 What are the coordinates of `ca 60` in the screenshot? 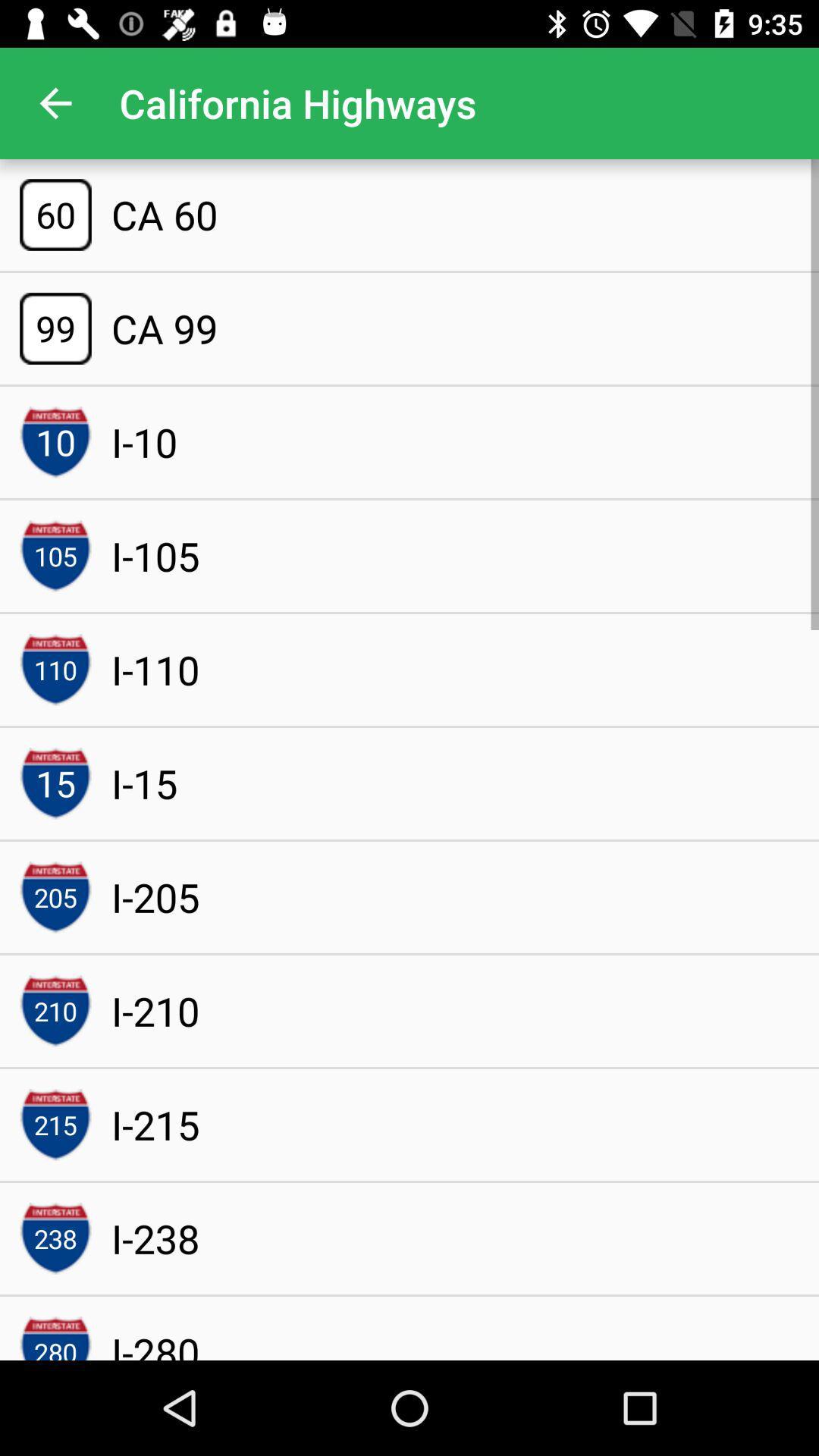 It's located at (165, 214).